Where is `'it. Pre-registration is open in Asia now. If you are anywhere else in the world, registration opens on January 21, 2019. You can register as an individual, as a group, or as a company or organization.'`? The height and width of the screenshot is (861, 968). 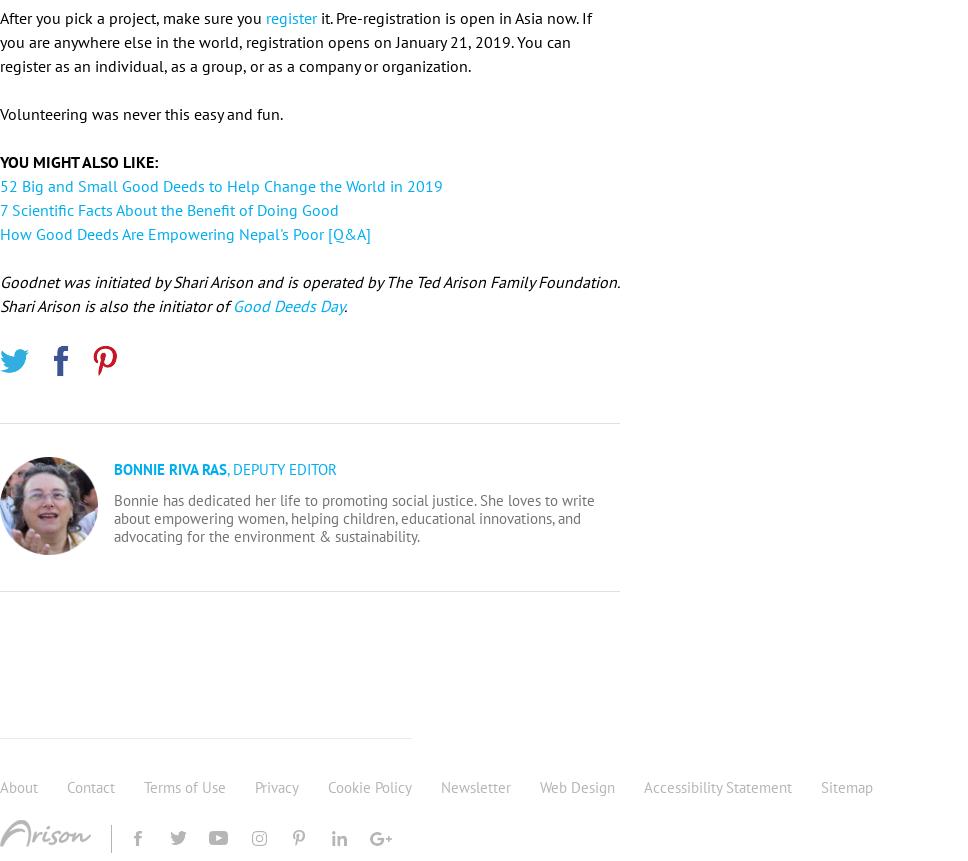 'it. Pre-registration is open in Asia now. If you are anywhere else in the world, registration opens on January 21, 2019. You can register as an individual, as a group, or as a company or organization.' is located at coordinates (0, 40).